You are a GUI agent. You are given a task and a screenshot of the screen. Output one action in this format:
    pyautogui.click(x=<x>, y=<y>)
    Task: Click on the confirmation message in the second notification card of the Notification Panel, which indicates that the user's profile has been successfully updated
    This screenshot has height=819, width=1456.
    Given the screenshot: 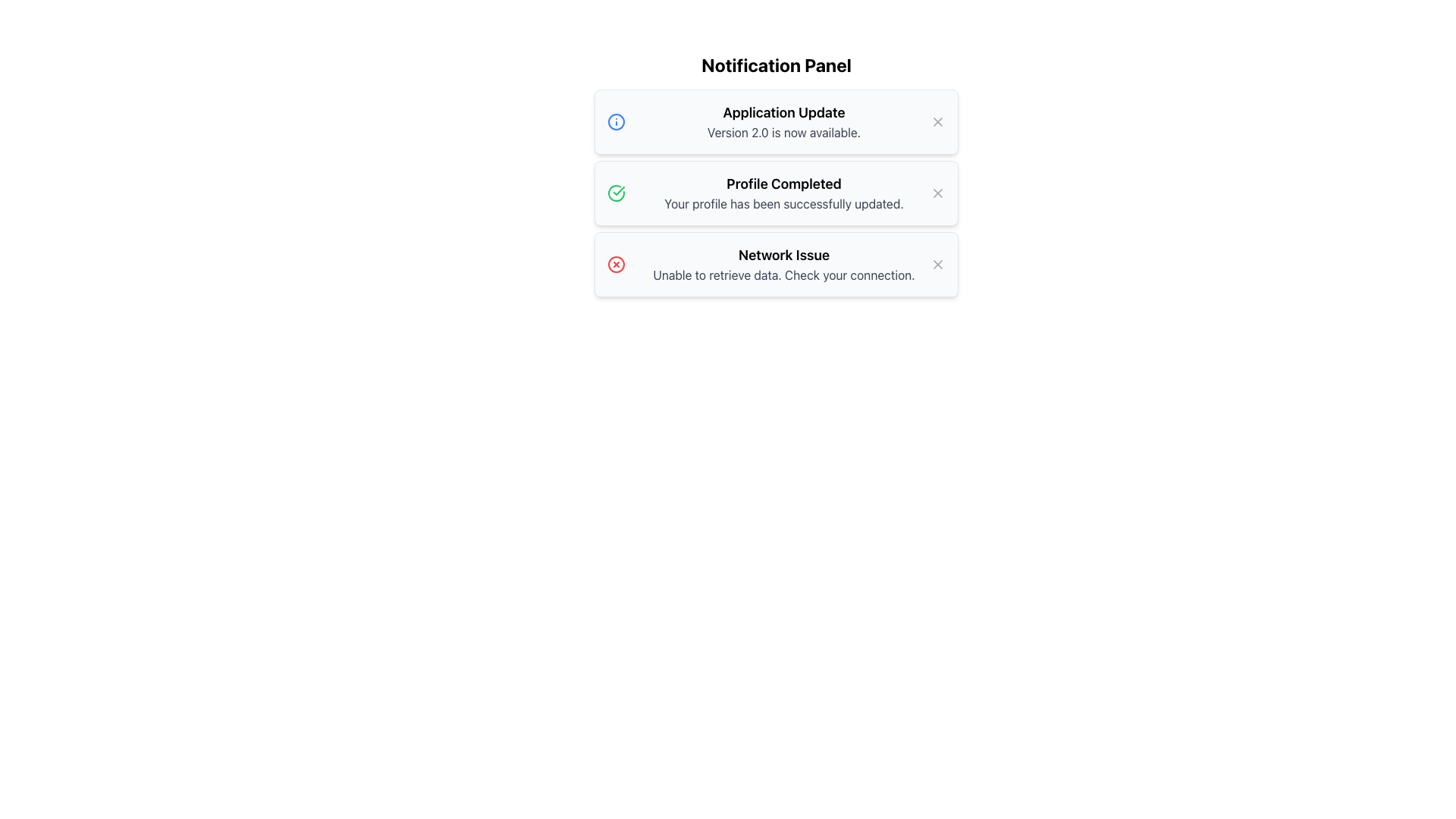 What is the action you would take?
    pyautogui.click(x=783, y=192)
    